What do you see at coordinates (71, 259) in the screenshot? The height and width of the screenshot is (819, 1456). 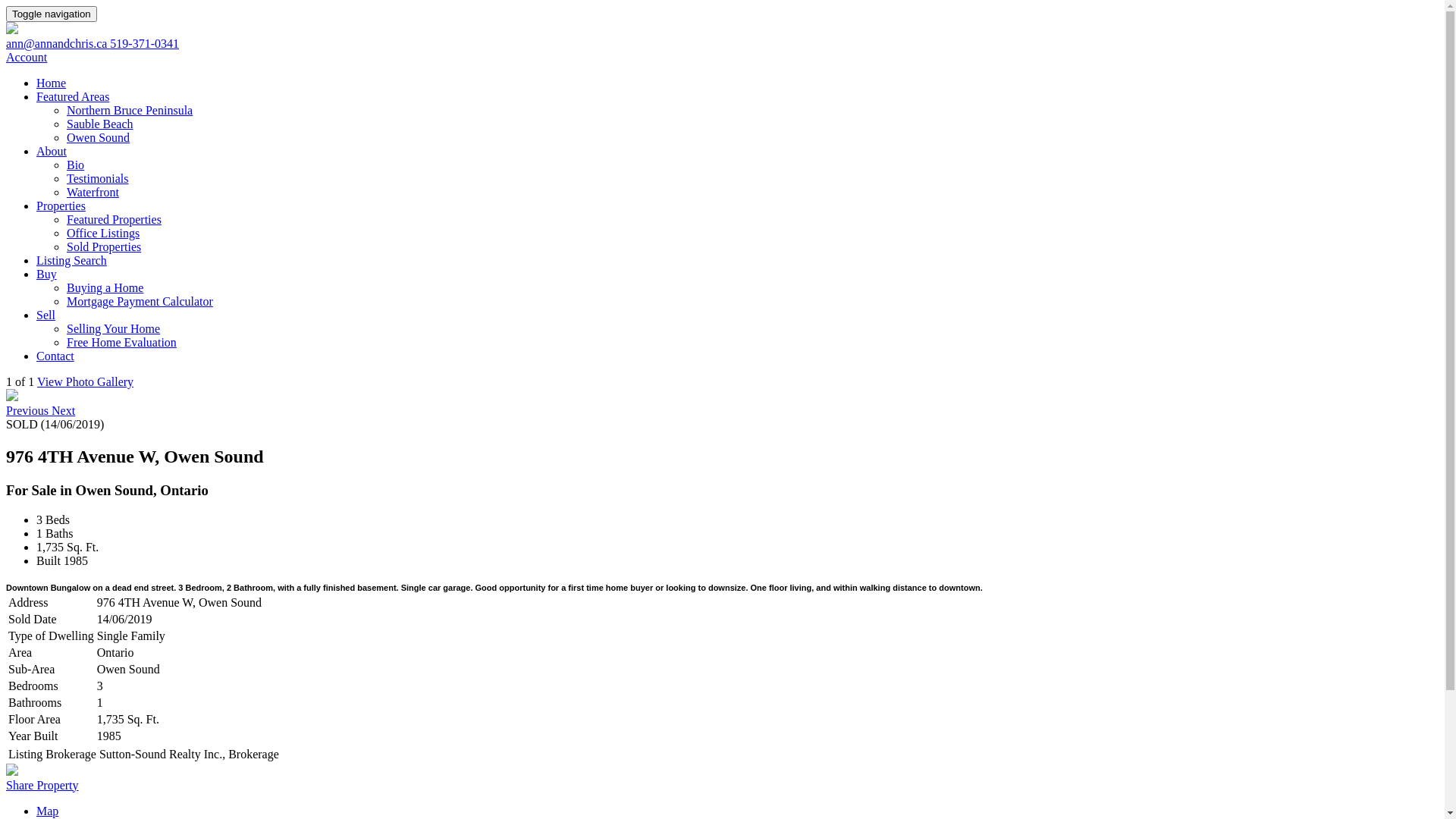 I see `'Listing Search'` at bounding box center [71, 259].